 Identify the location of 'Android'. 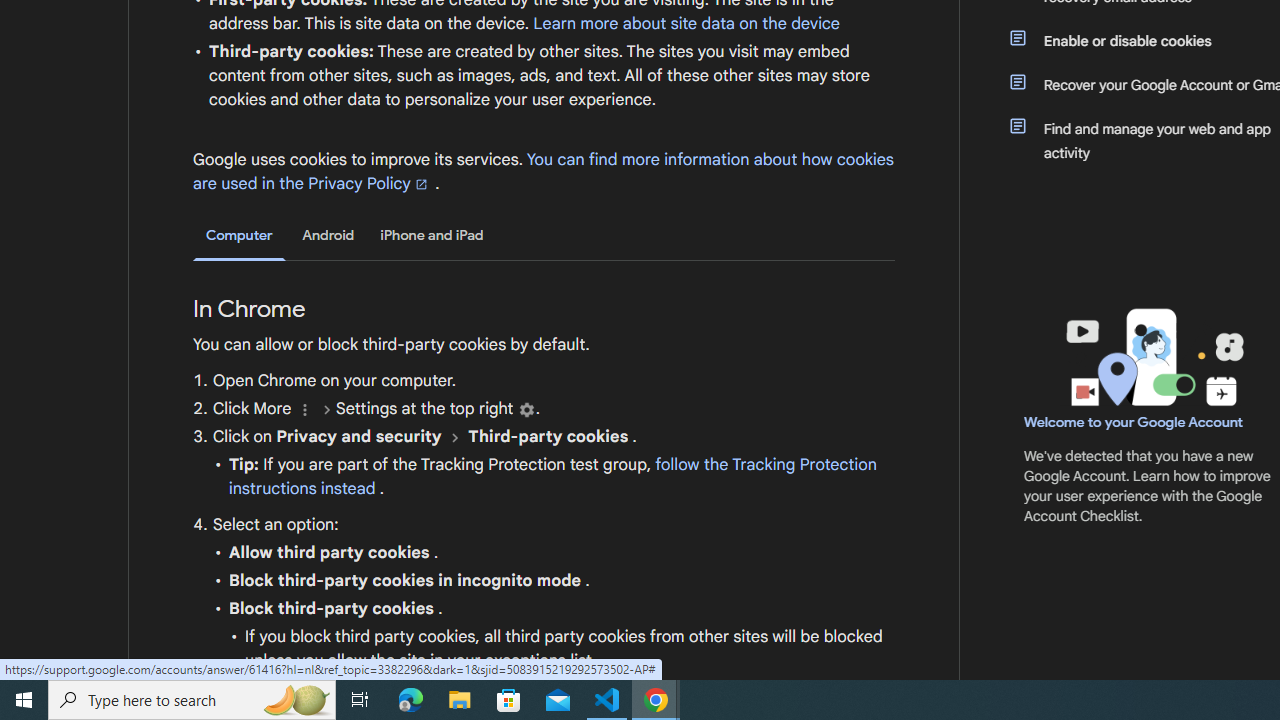
(328, 234).